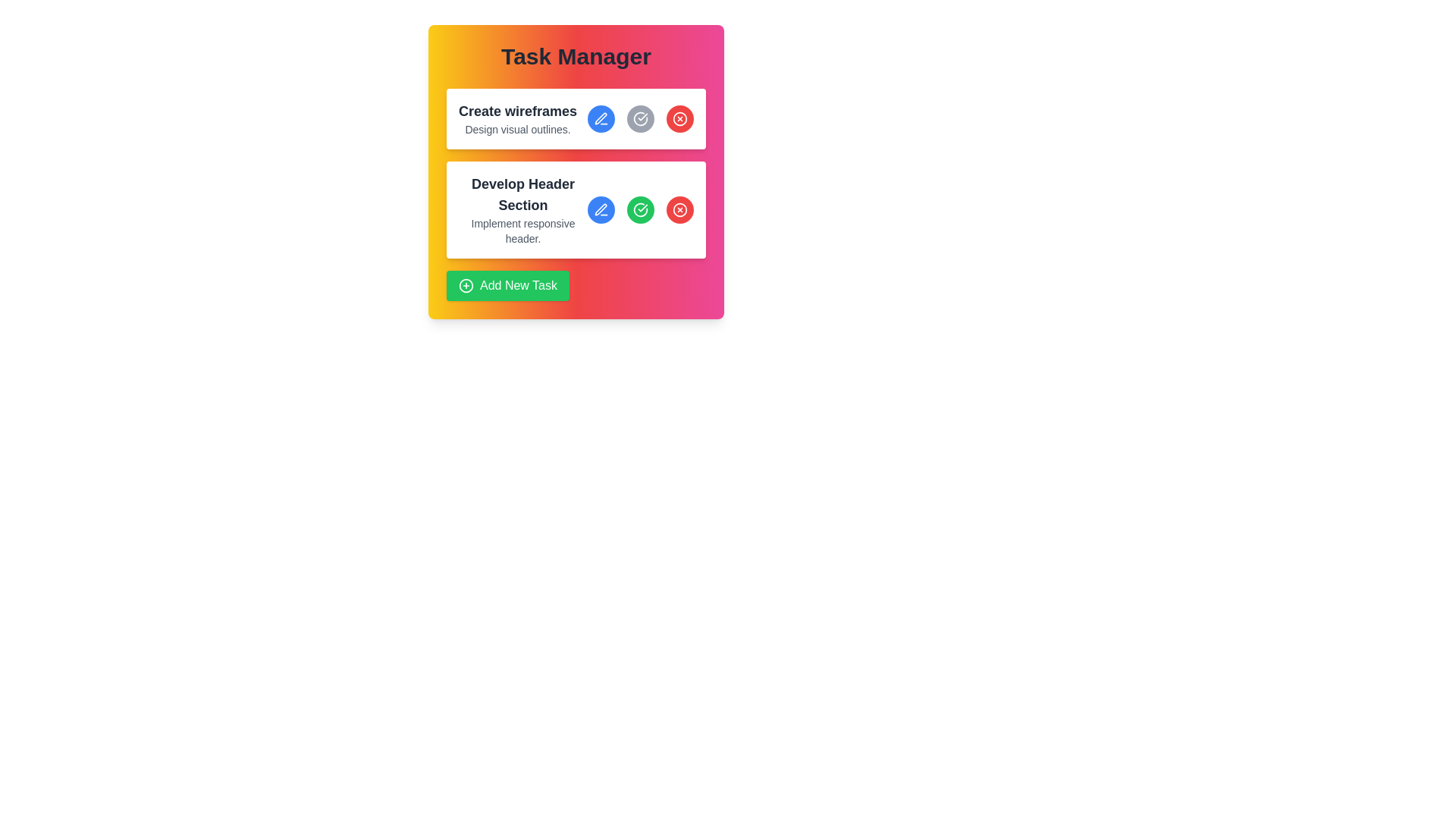 Image resolution: width=1456 pixels, height=819 pixels. What do you see at coordinates (640, 118) in the screenshot?
I see `the circular gray refresh button with a white arrow symbol in its center, located in the group of three action buttons on the top-right section of the window` at bounding box center [640, 118].